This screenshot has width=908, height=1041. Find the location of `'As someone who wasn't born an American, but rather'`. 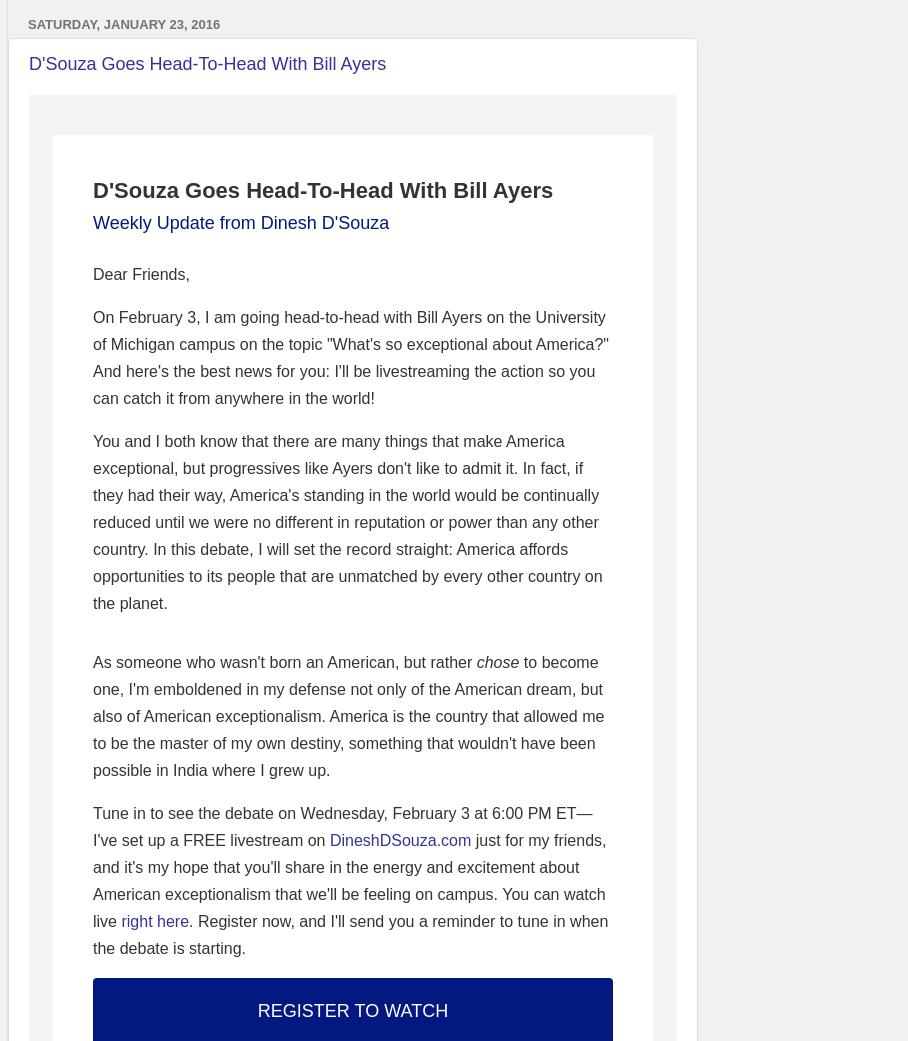

'As someone who wasn't born an American, but rather' is located at coordinates (284, 661).